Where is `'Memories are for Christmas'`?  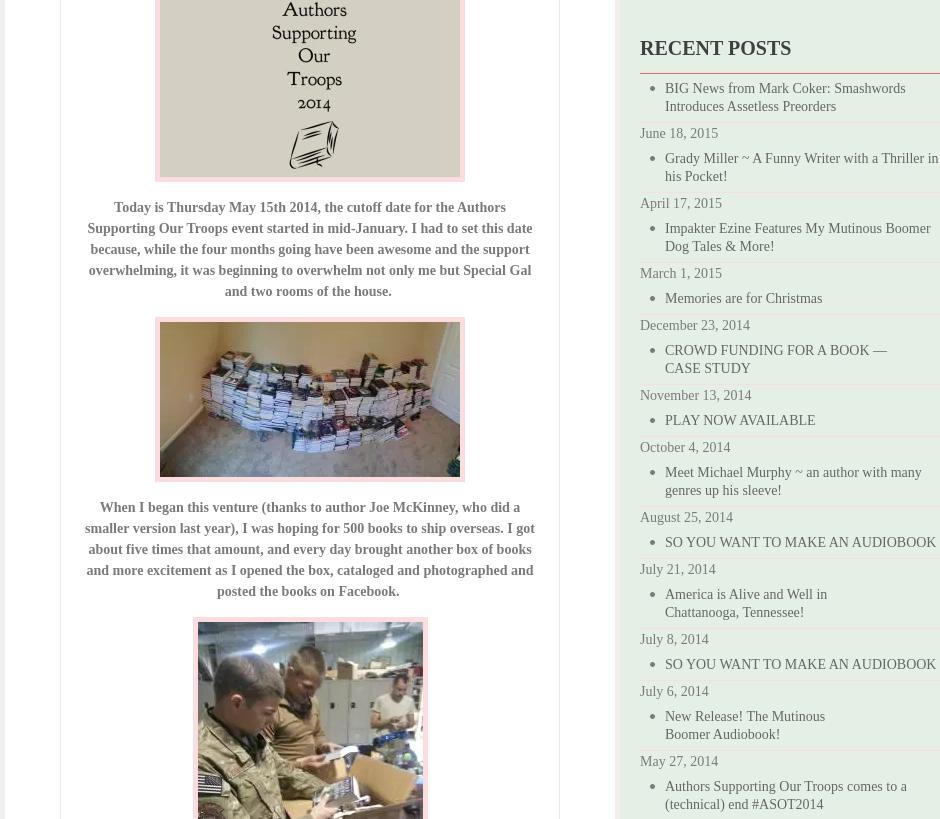 'Memories are for Christmas' is located at coordinates (743, 298).